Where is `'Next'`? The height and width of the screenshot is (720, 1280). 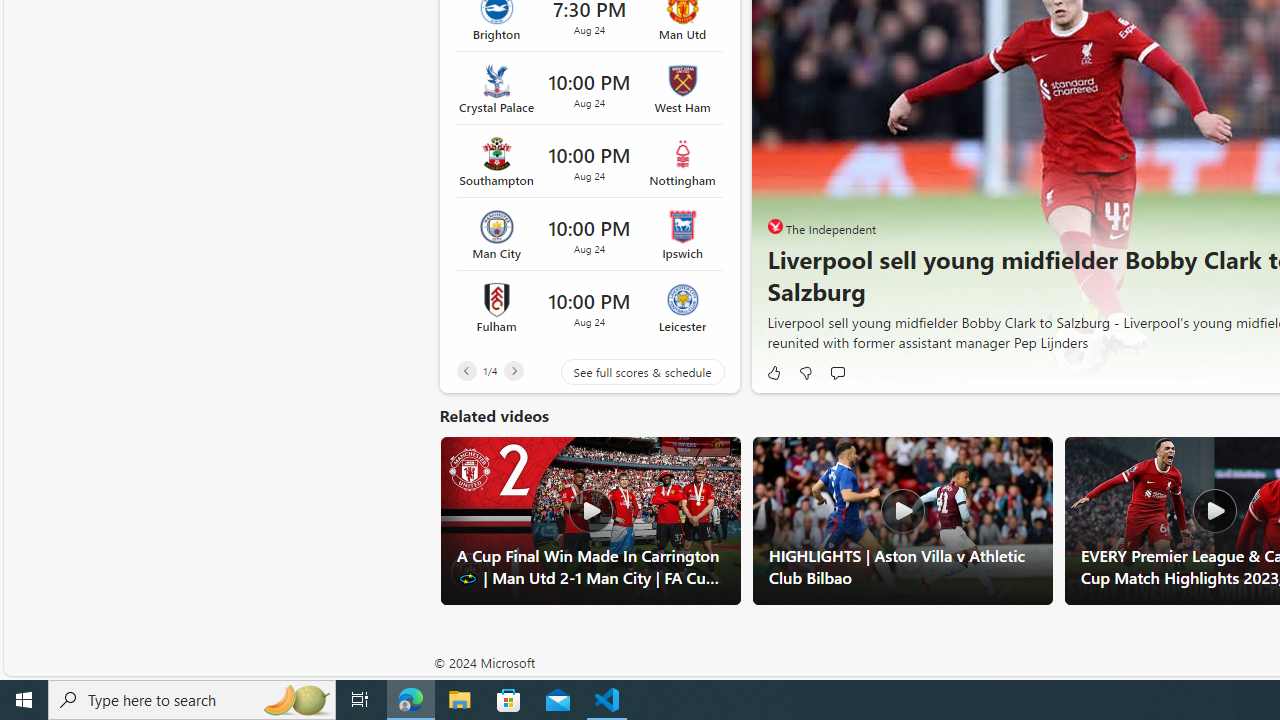 'Next' is located at coordinates (513, 370).